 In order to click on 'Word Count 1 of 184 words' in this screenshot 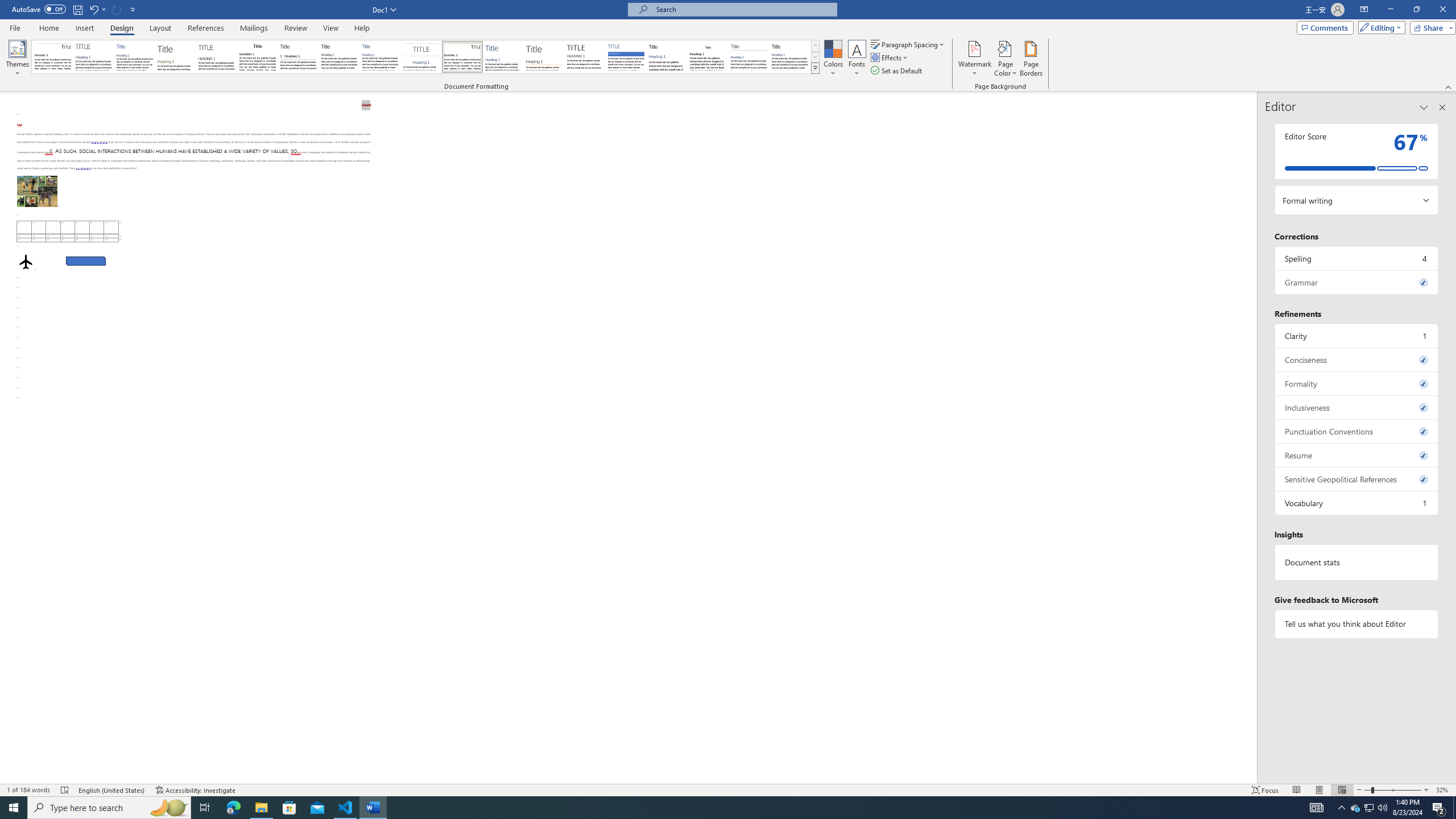, I will do `click(28, 790)`.